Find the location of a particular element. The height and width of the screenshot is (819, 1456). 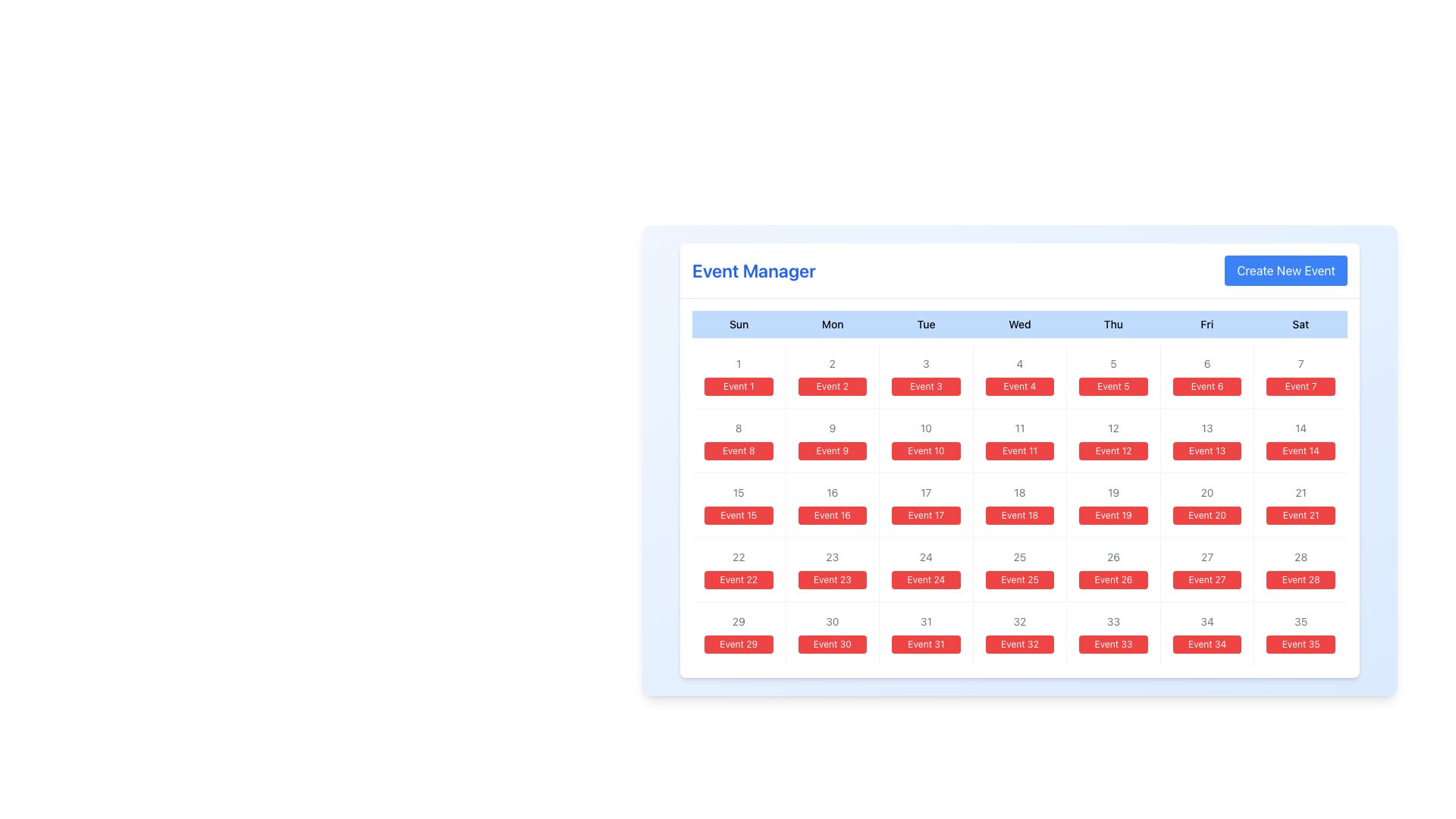

the 'Event 1' button located in the first column and first row of the weekly grid under the 'Sun' header is located at coordinates (739, 375).